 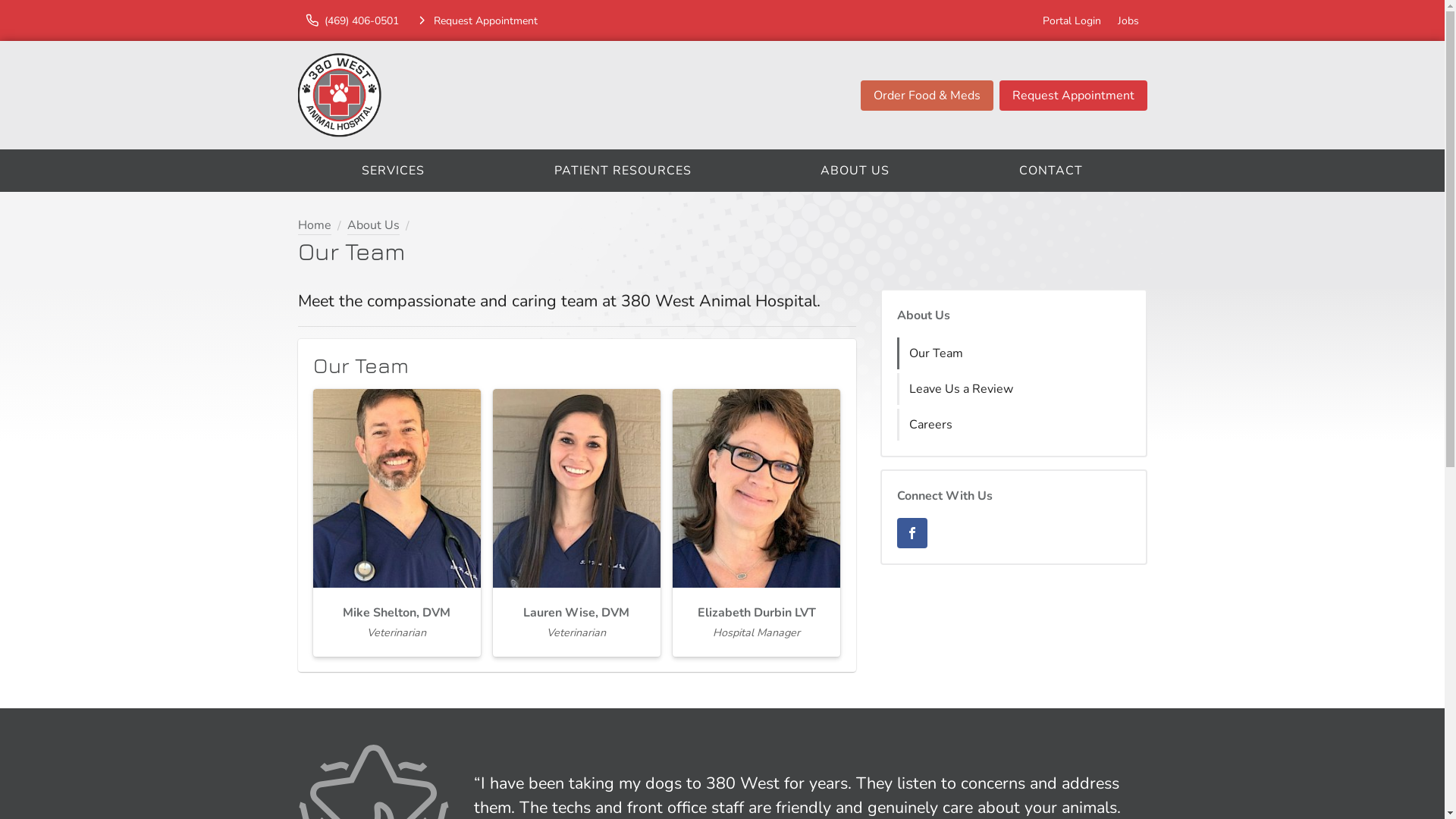 What do you see at coordinates (855, 170) in the screenshot?
I see `'ABOUT US'` at bounding box center [855, 170].